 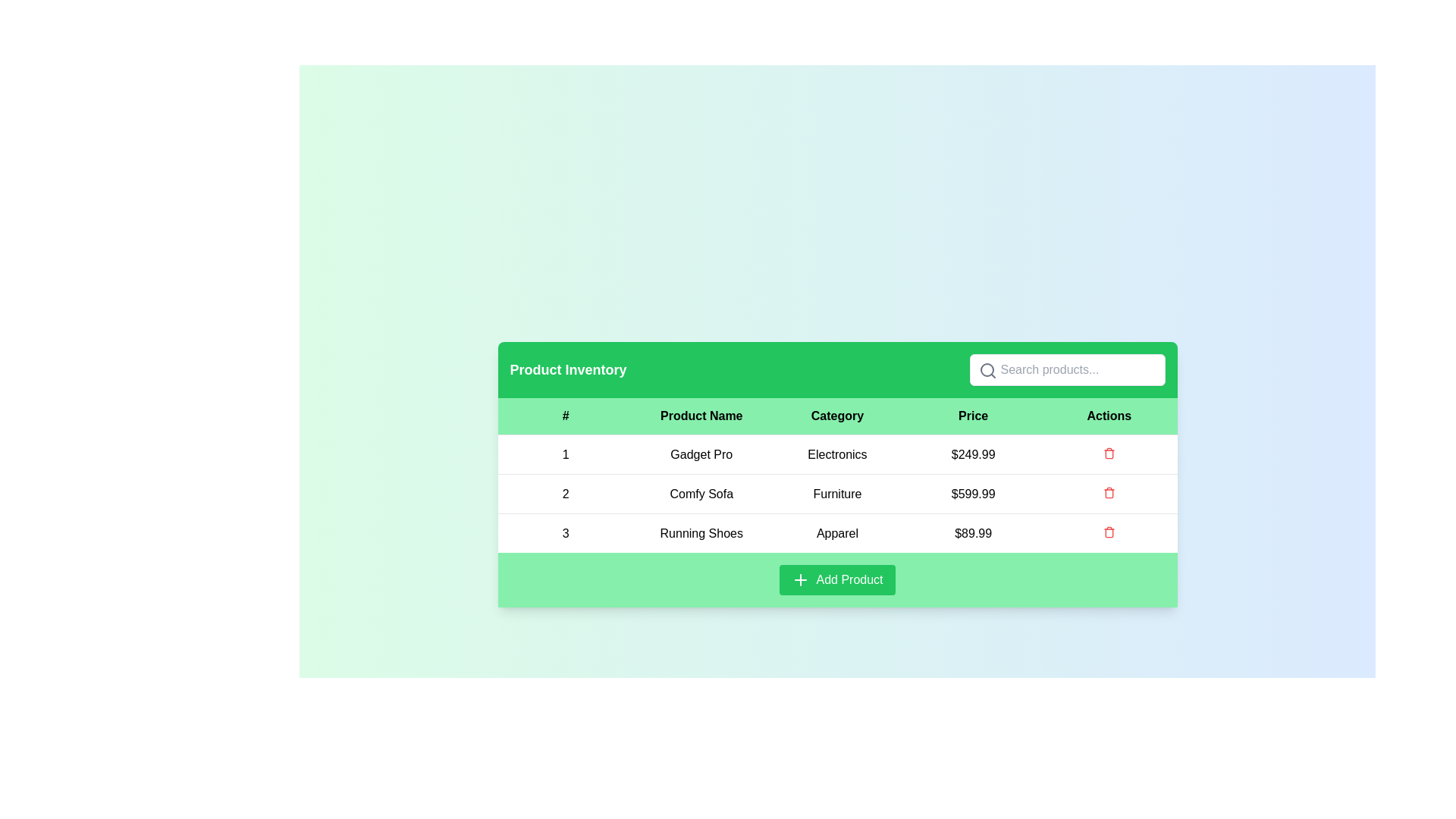 What do you see at coordinates (836, 494) in the screenshot?
I see `the static text label displaying 'Furniture' in the second row of the 'Product Inventory' table, which shows the category of the product 'Comfy Sofa'` at bounding box center [836, 494].